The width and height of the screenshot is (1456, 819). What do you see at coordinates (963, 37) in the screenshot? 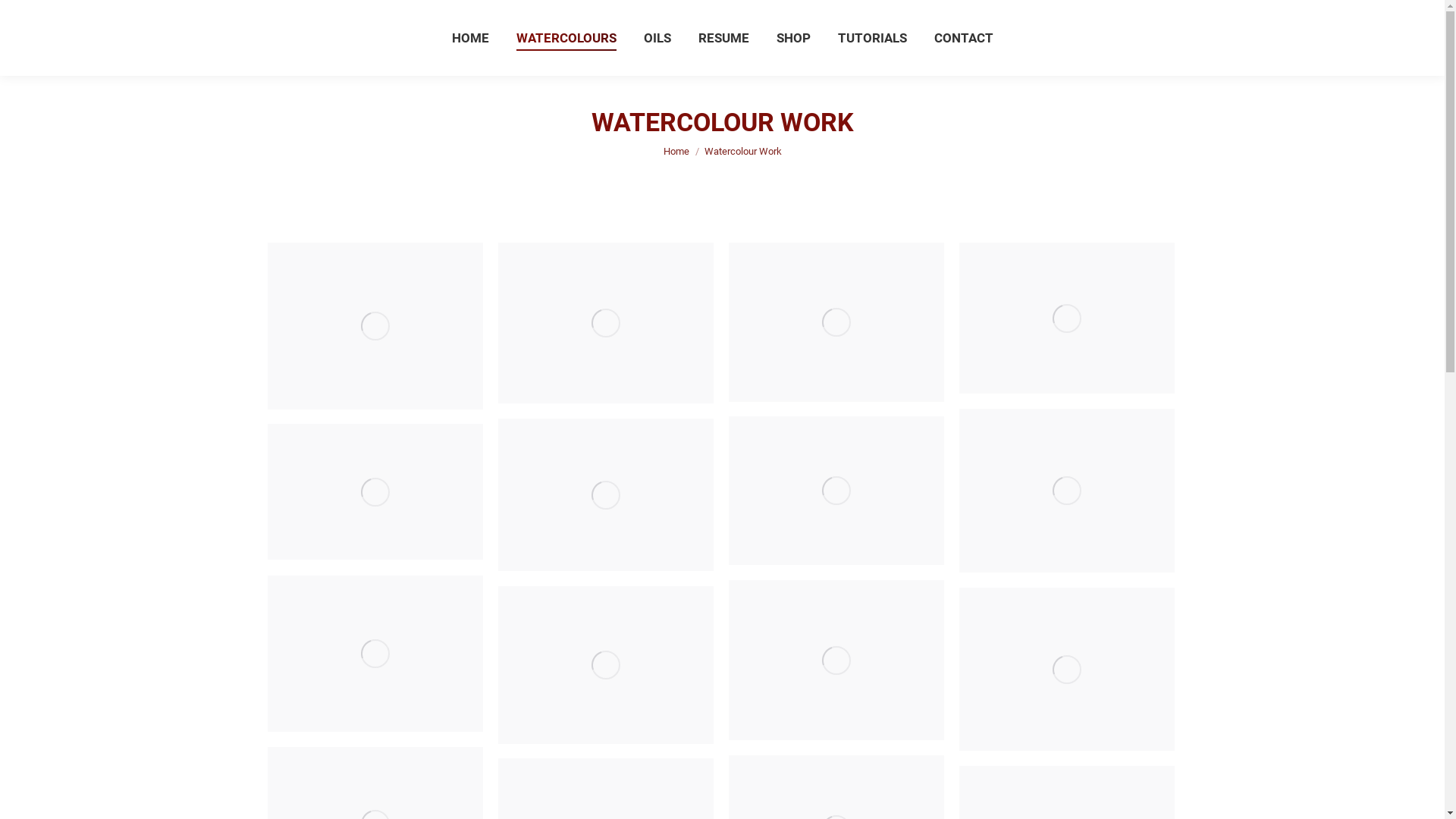
I see `'CONTACT'` at bounding box center [963, 37].